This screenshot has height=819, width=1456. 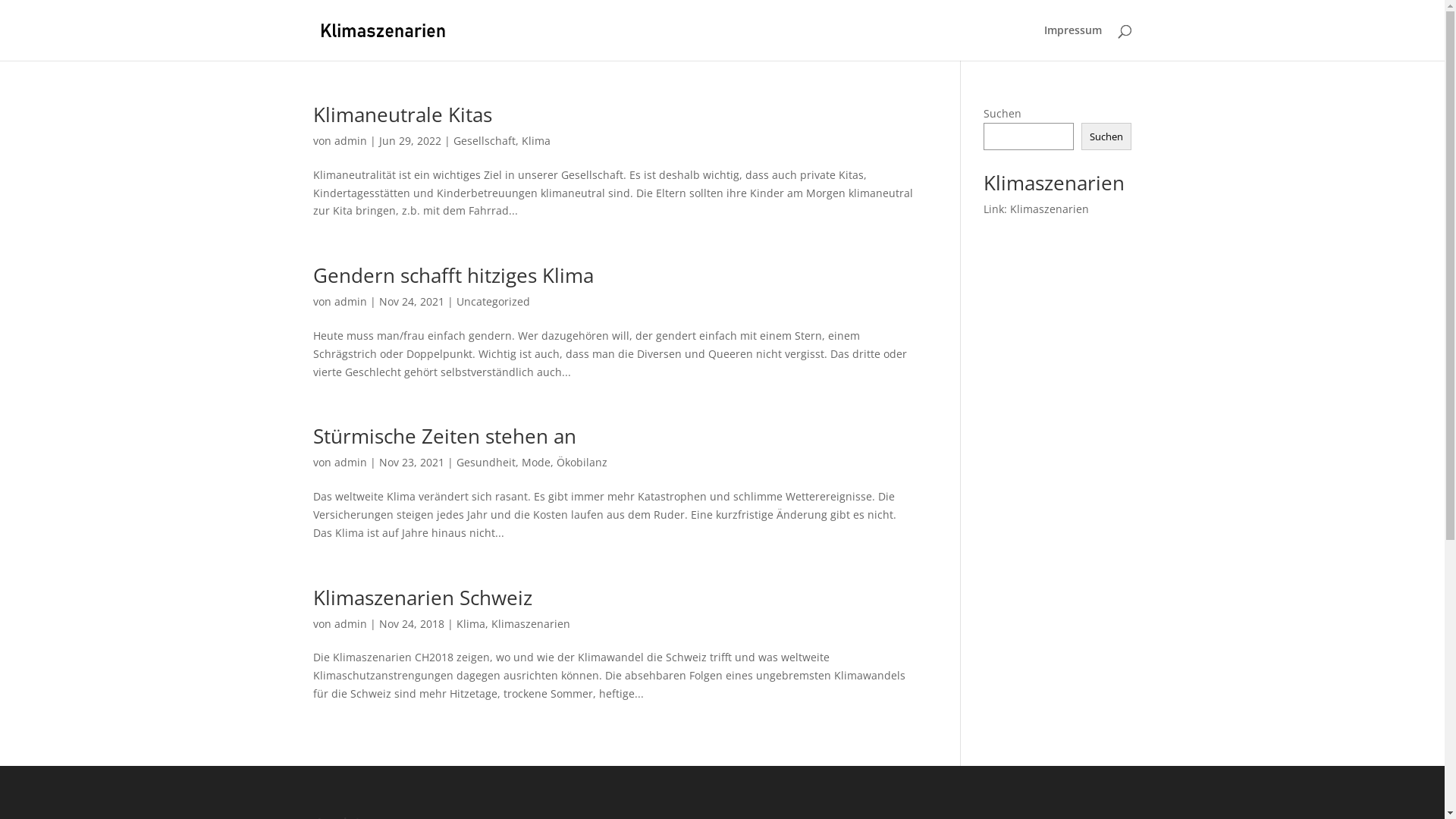 What do you see at coordinates (493, 301) in the screenshot?
I see `'Uncategorized'` at bounding box center [493, 301].